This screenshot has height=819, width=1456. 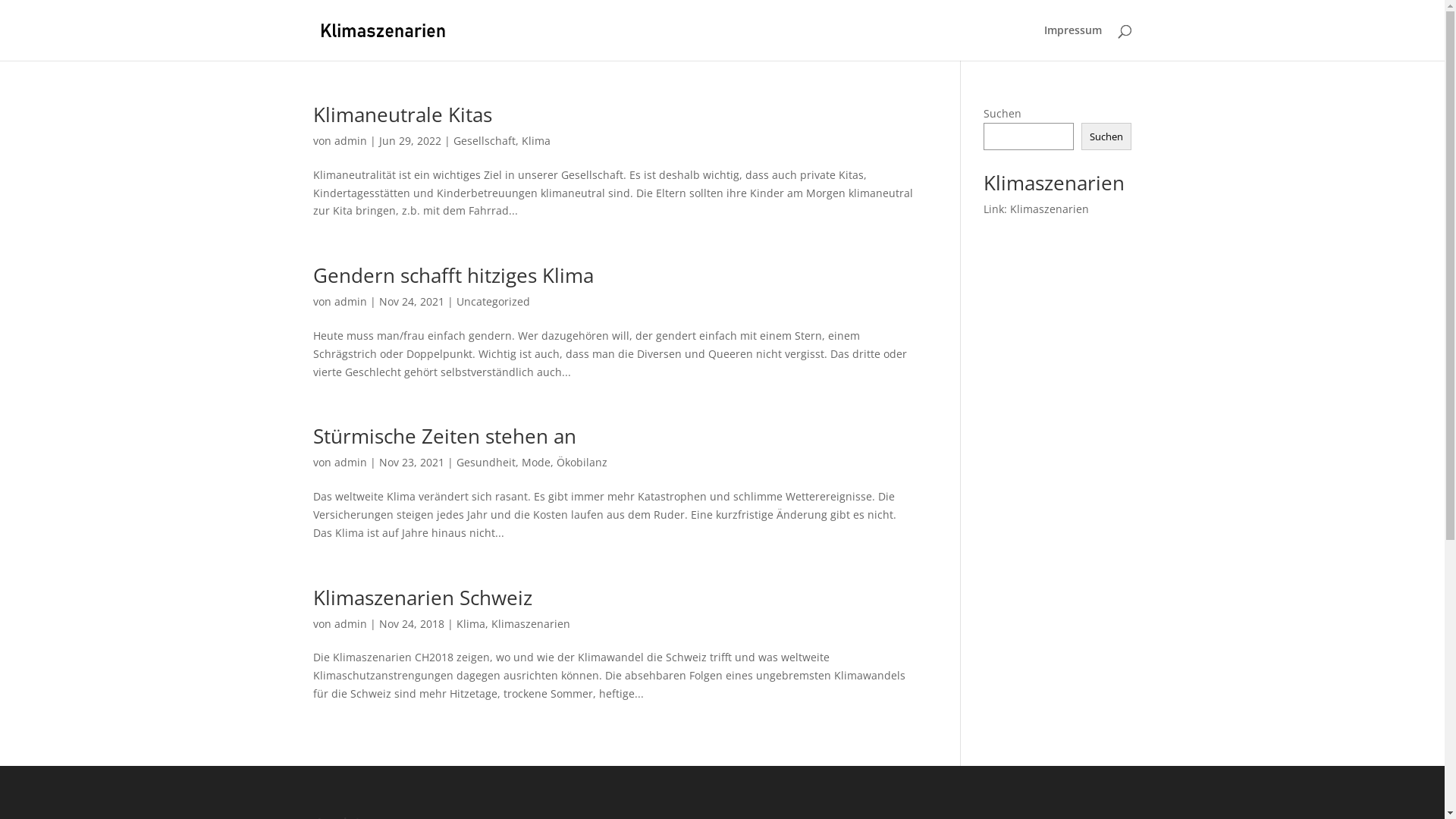 What do you see at coordinates (493, 301) in the screenshot?
I see `'Uncategorized'` at bounding box center [493, 301].